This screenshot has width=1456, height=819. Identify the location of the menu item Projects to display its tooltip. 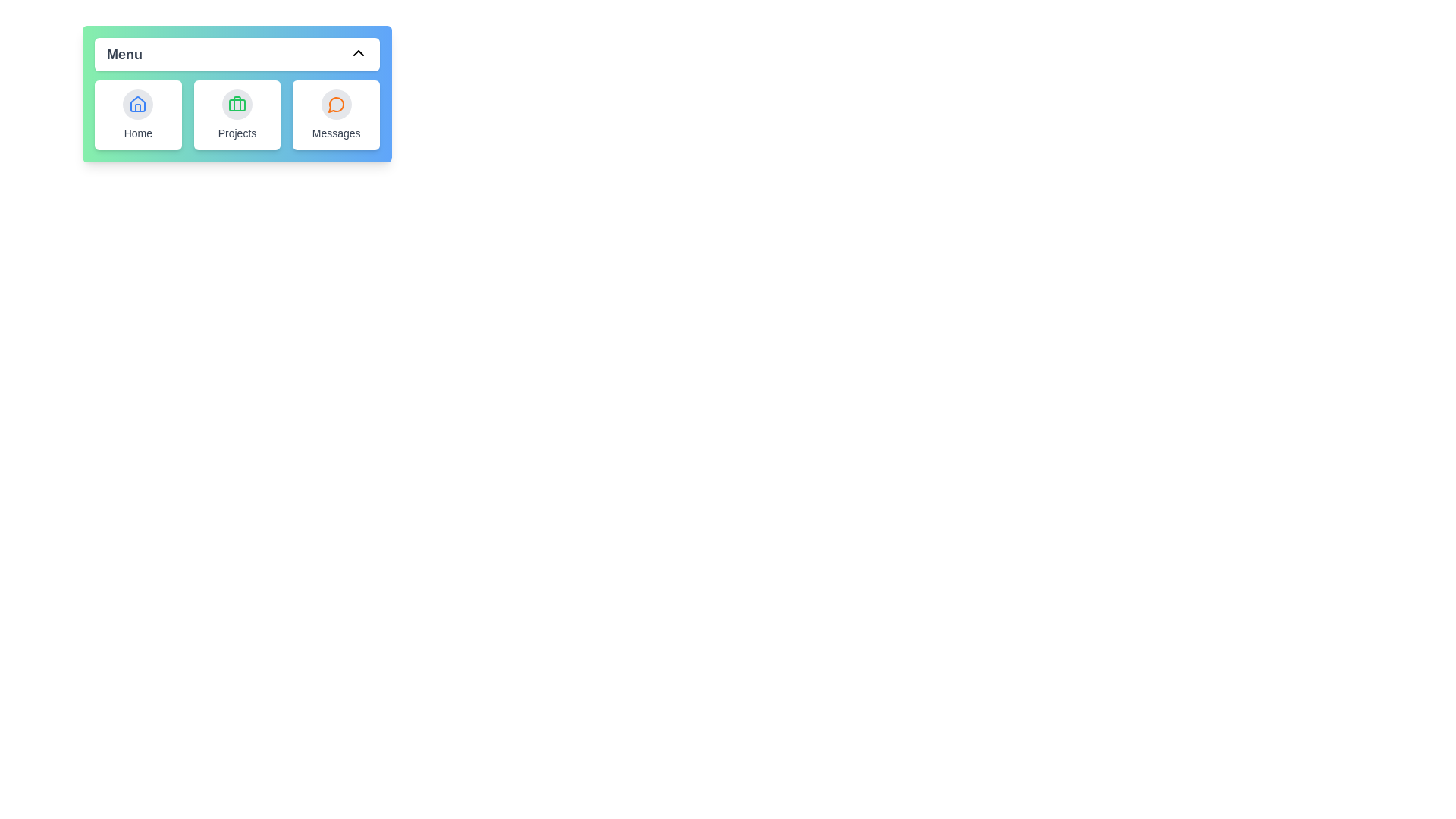
(236, 114).